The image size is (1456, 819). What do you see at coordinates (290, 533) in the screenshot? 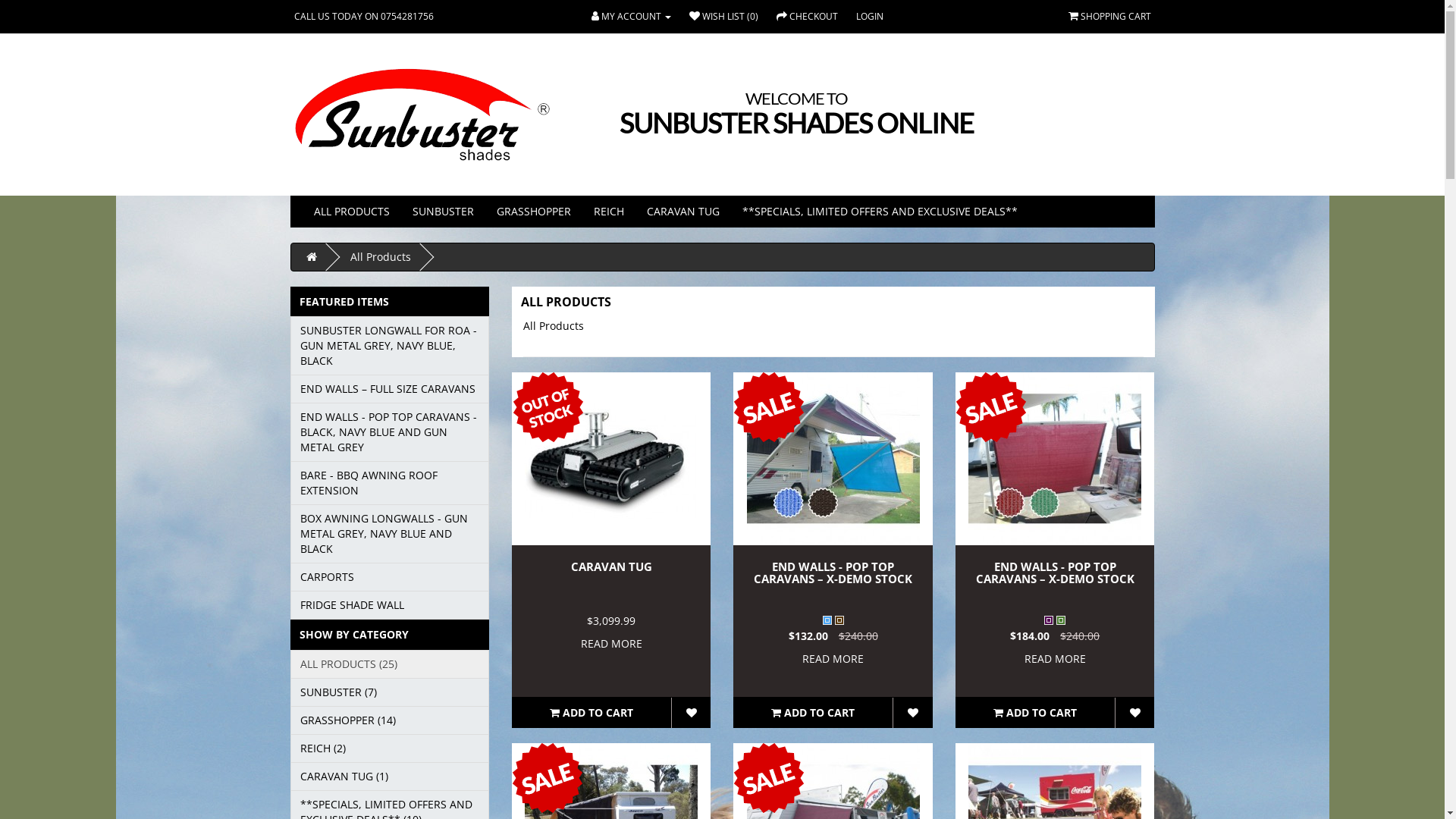
I see `'BOX AWNING LONGWALLS - GUN METAL GREY, NAVY BLUE AND BLACK'` at bounding box center [290, 533].